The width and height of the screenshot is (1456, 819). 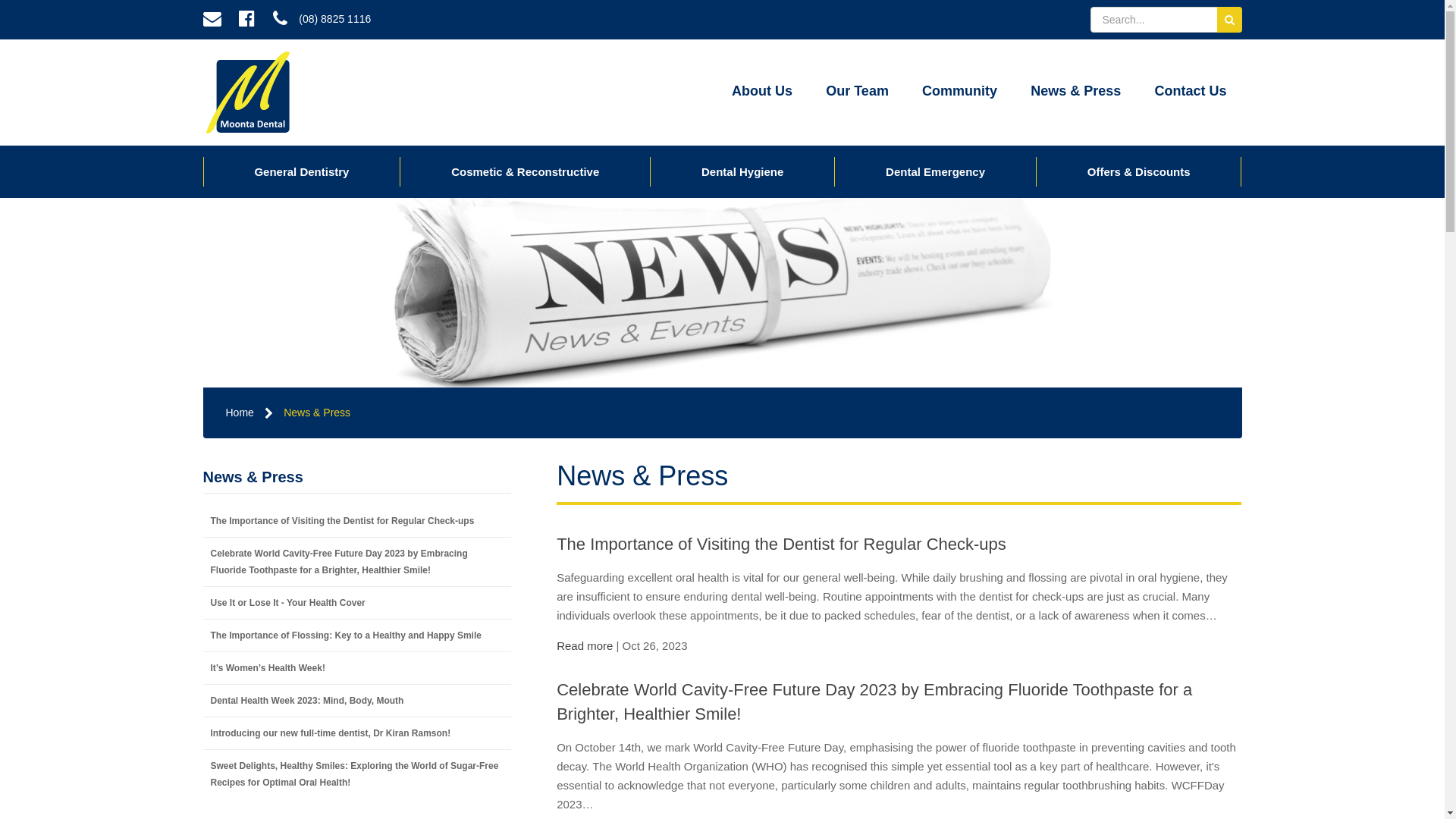 What do you see at coordinates (246, 20) in the screenshot?
I see `'Check out our Facebook page'` at bounding box center [246, 20].